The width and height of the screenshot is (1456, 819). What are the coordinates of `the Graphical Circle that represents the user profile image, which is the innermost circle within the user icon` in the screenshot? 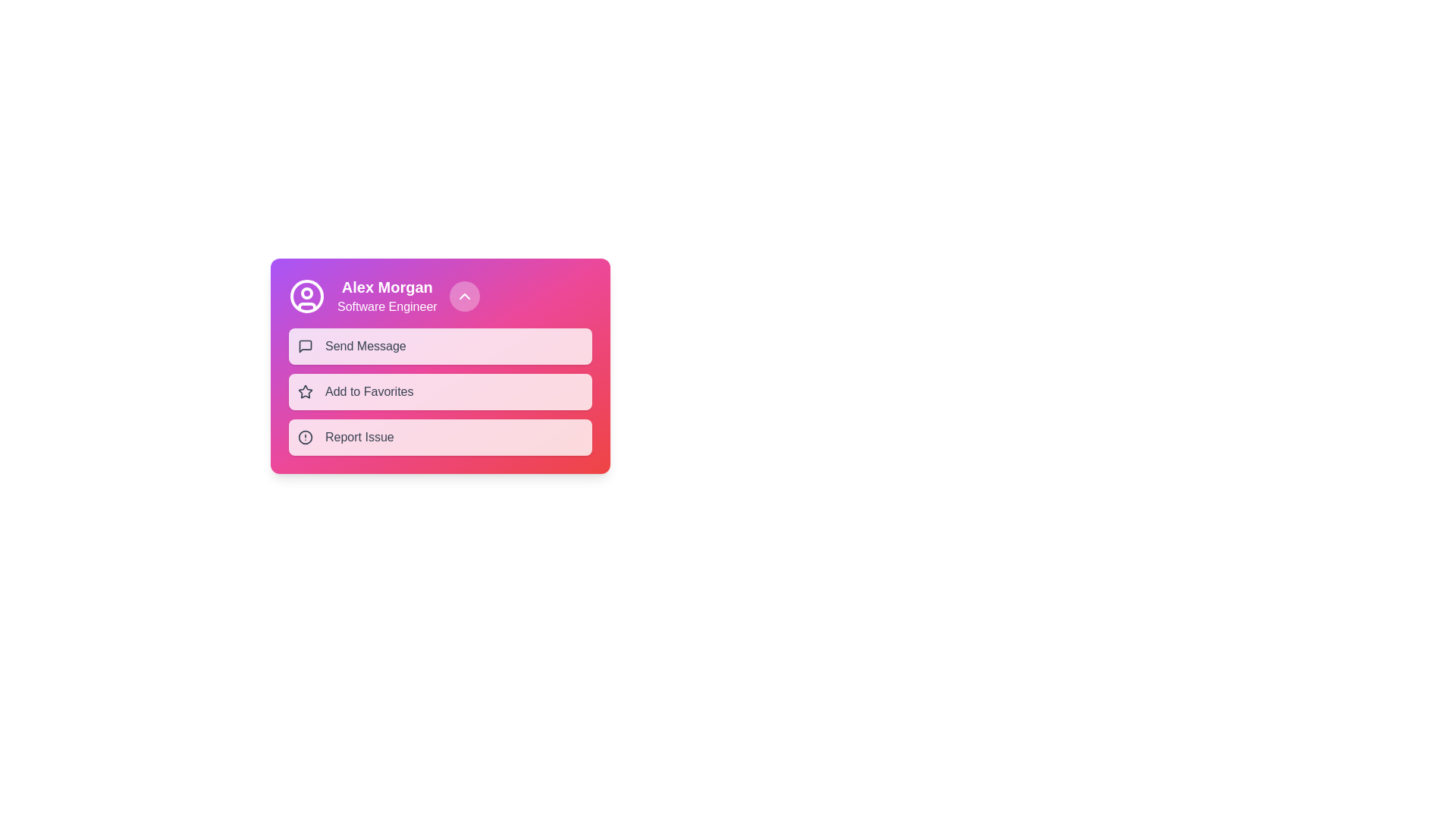 It's located at (306, 296).